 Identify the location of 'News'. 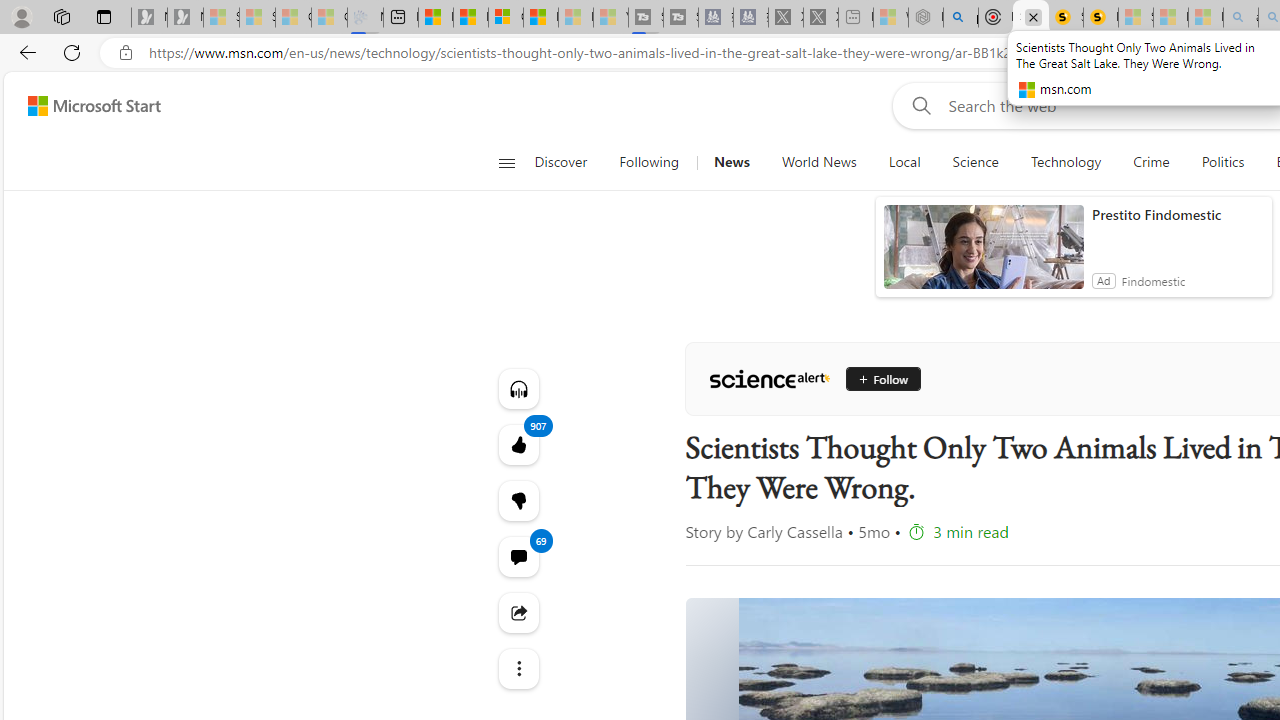
(730, 162).